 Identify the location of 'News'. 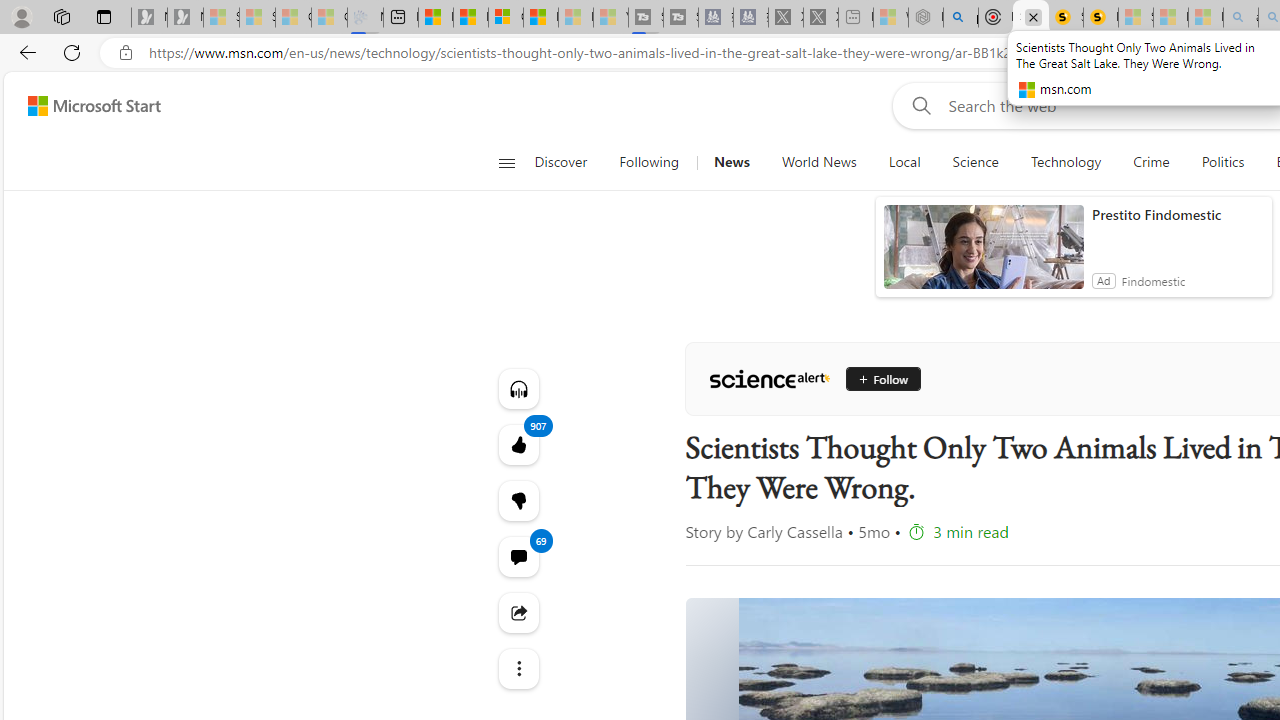
(730, 162).